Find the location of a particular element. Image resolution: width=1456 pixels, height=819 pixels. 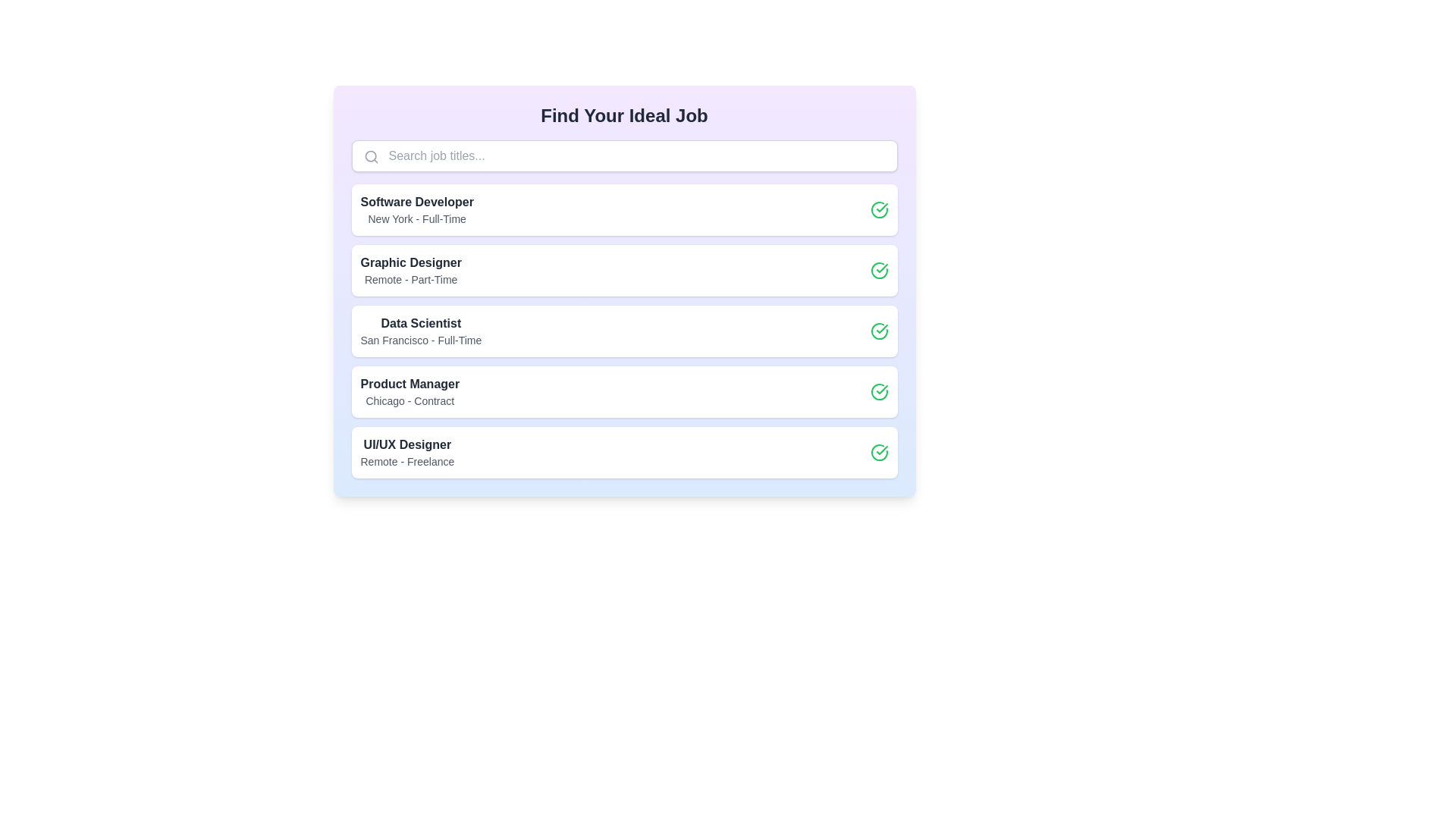

the 'Graphic Designer' text block, which is the second job posting in the list, styled with a bold font for the title and a smaller font for the details is located at coordinates (411, 270).